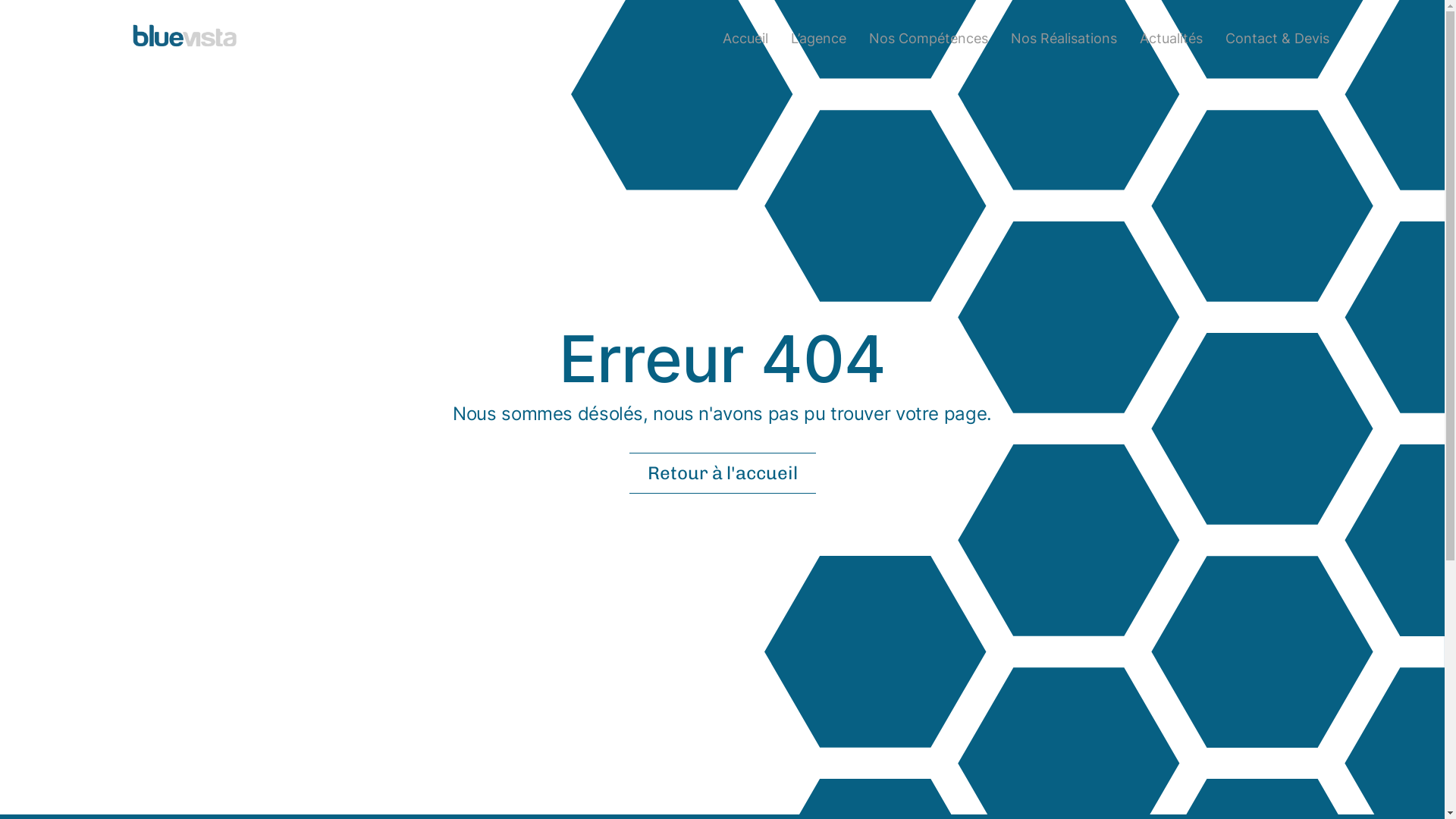 Image resolution: width=1456 pixels, height=819 pixels. Describe the element at coordinates (1276, 36) in the screenshot. I see `'Contact & Devis'` at that location.